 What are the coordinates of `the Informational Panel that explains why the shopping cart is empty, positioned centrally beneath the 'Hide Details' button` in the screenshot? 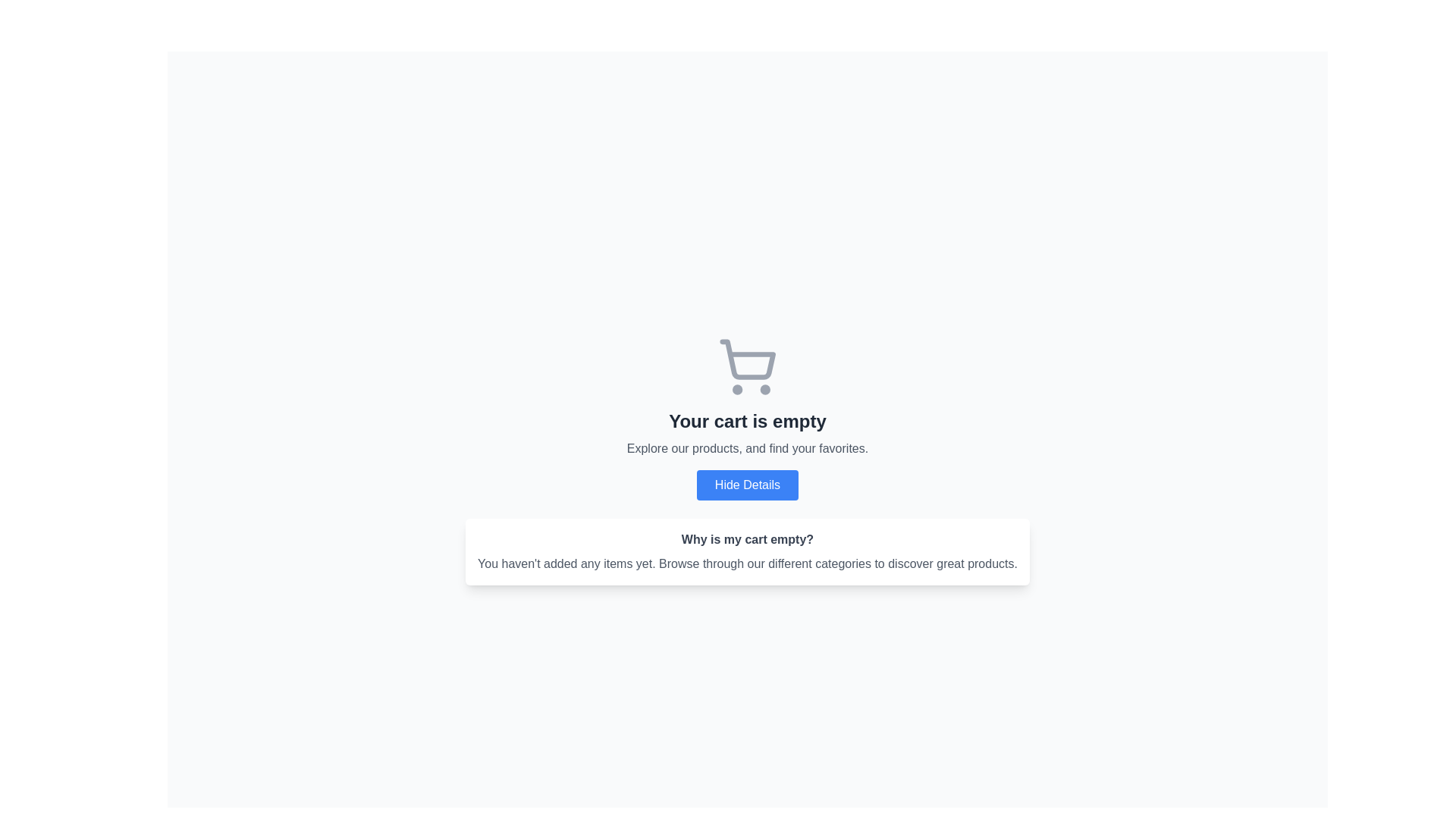 It's located at (747, 552).